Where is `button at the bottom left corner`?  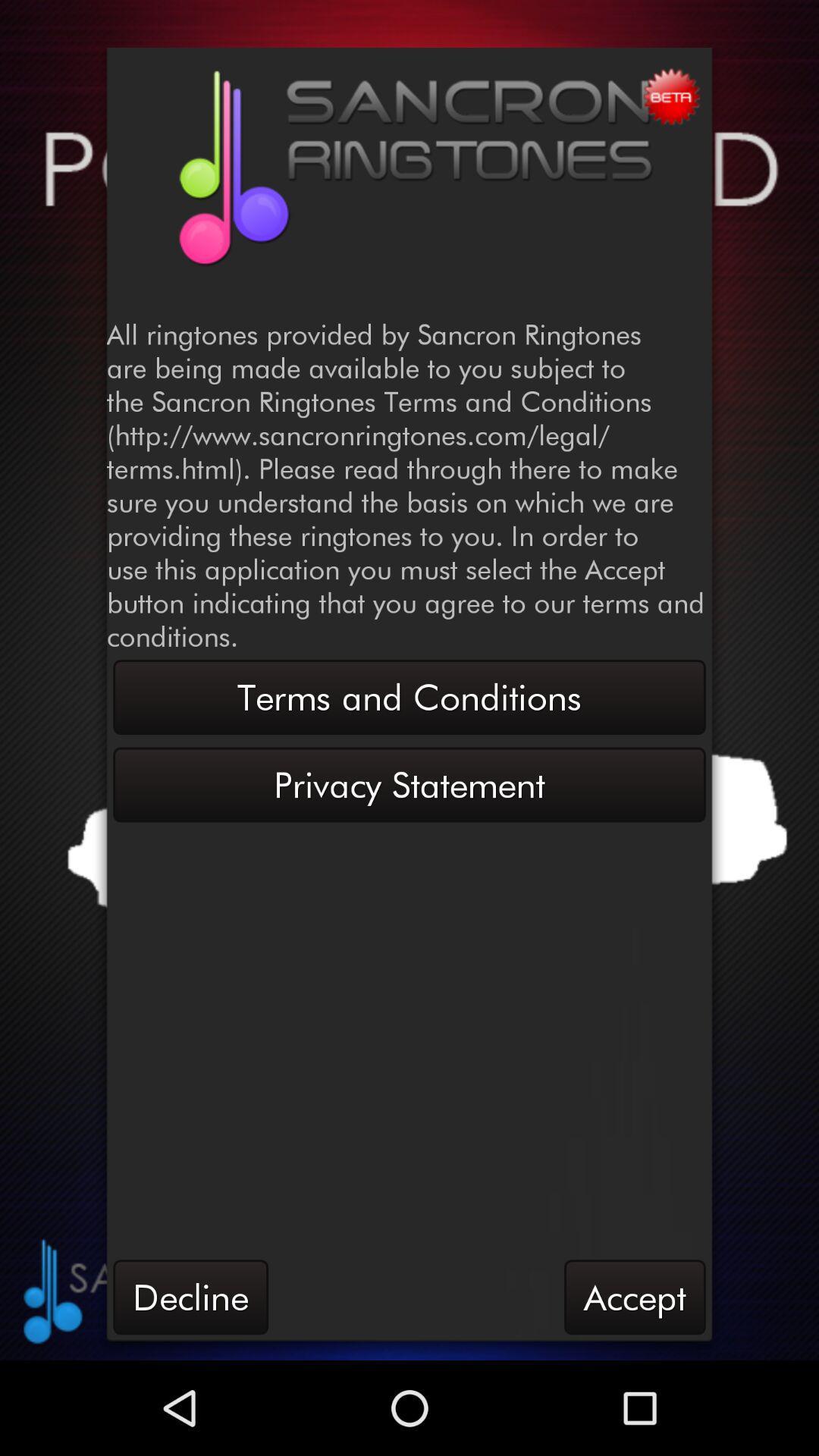
button at the bottom left corner is located at coordinates (190, 1296).